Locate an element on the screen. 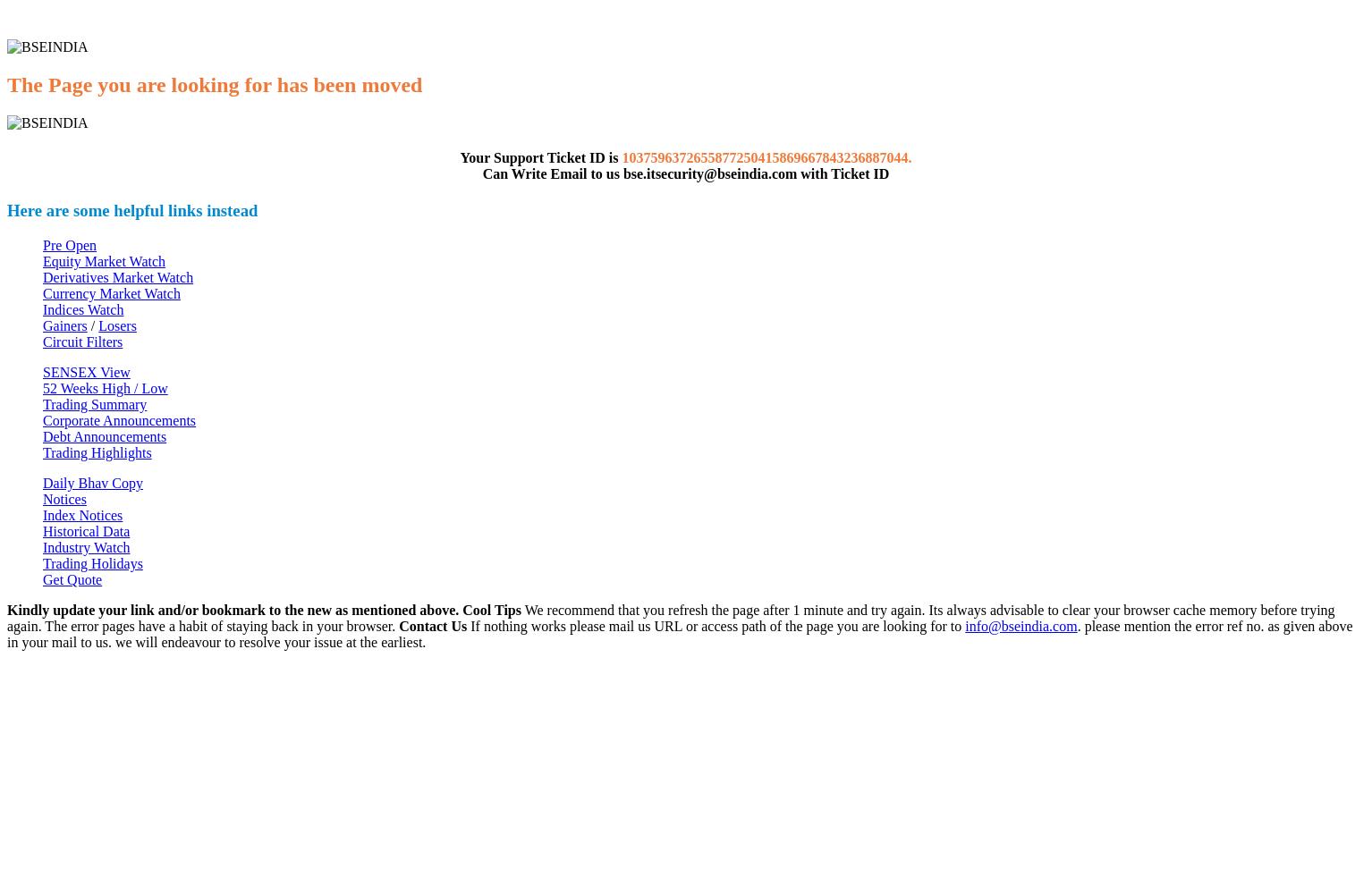 Image resolution: width=1372 pixels, height=894 pixels. '. please mention the error ref no. as given above in your mail to us.
                        we will endeavour to resolve your issue at the earliest.' is located at coordinates (678, 633).